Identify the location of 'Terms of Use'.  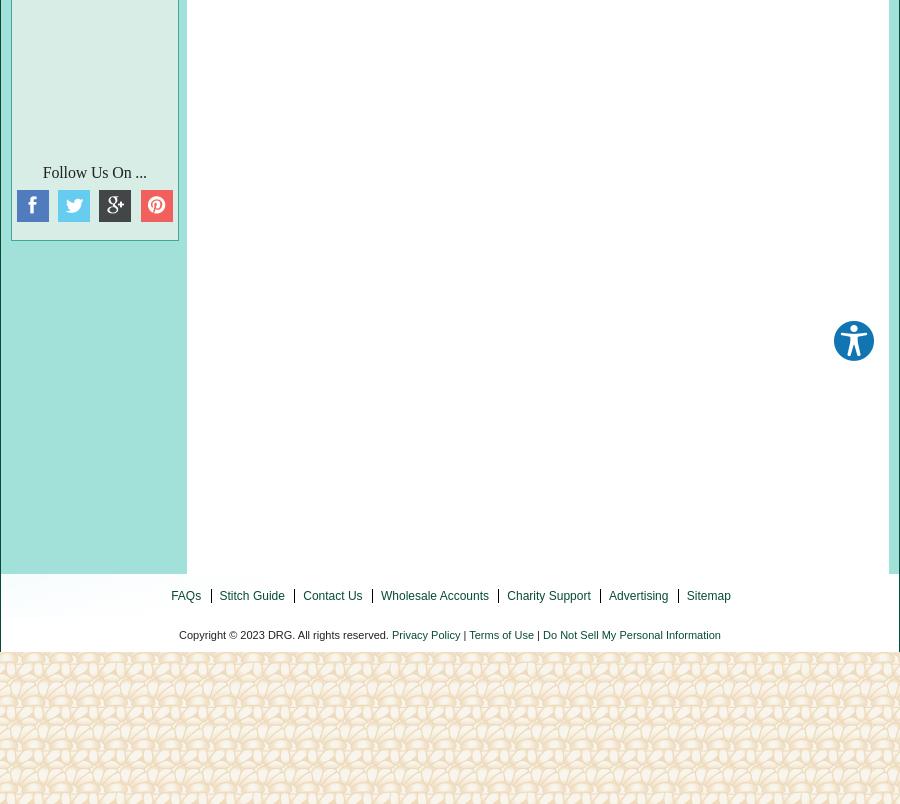
(500, 634).